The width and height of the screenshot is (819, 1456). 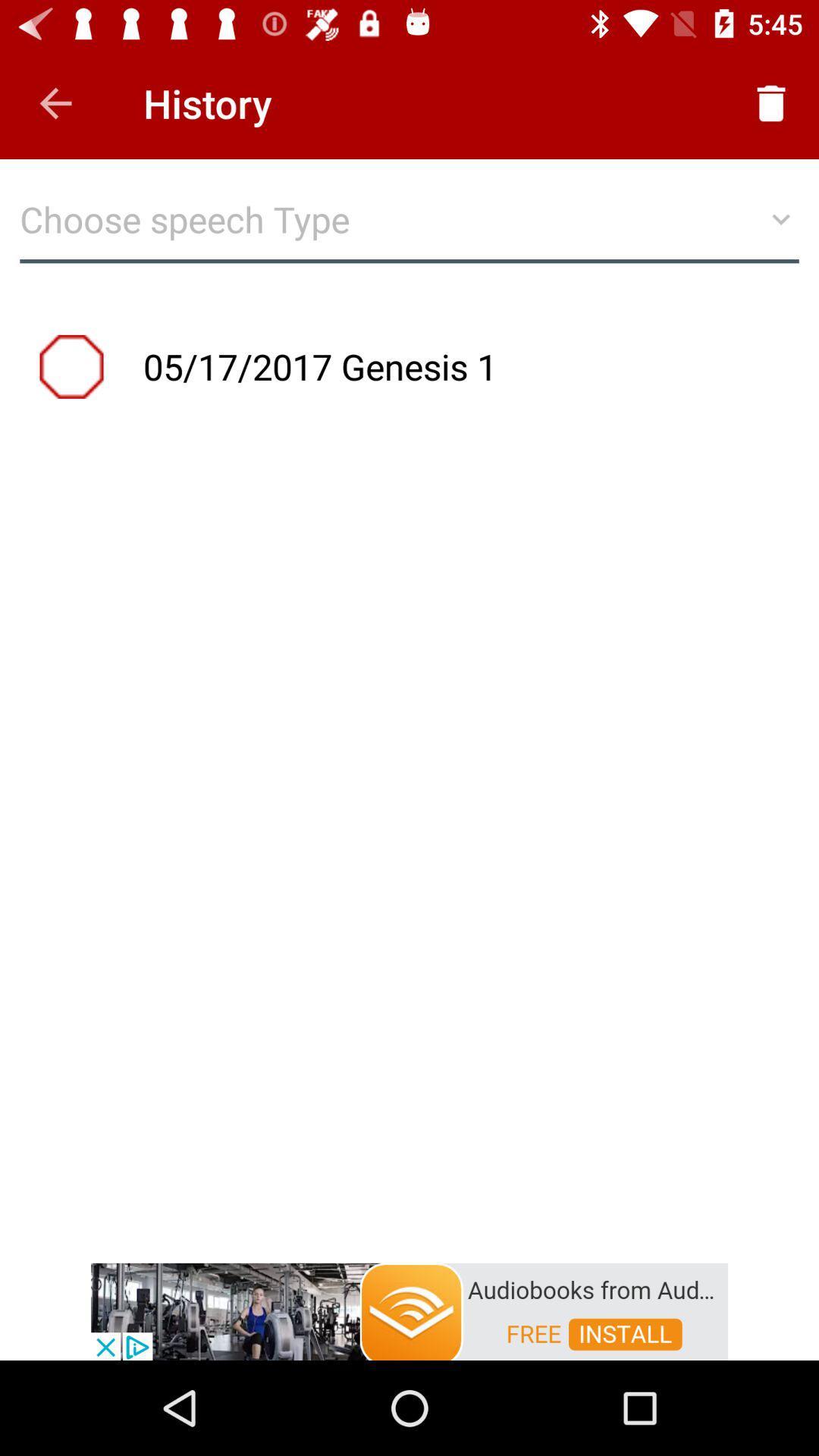 What do you see at coordinates (55, 102) in the screenshot?
I see `go back` at bounding box center [55, 102].